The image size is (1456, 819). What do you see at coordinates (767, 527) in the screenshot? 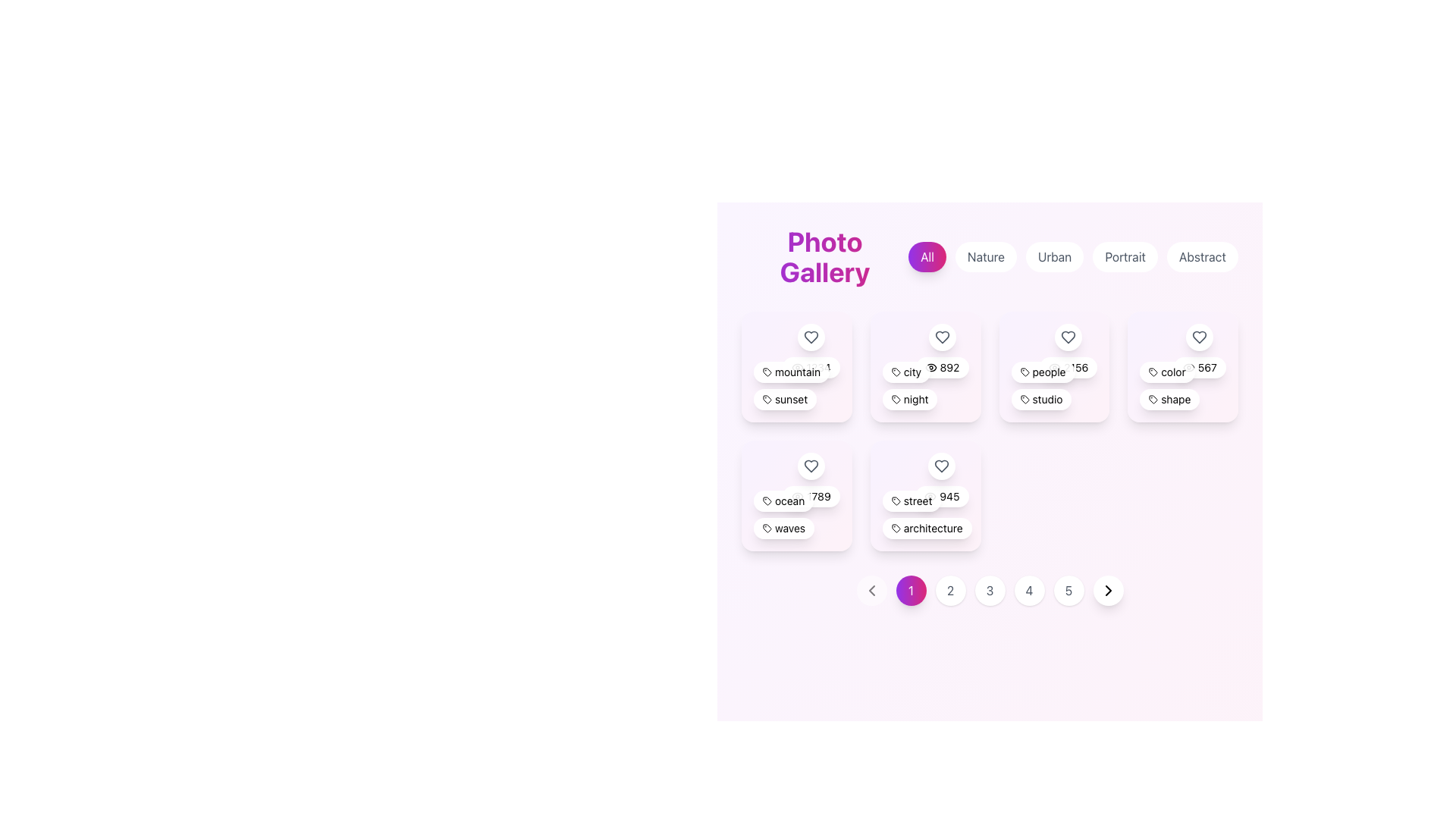
I see `the visual styling of the decorative icon located at the leftmost side of the label containing the text 'waves', positioned near its vertical center` at bounding box center [767, 527].